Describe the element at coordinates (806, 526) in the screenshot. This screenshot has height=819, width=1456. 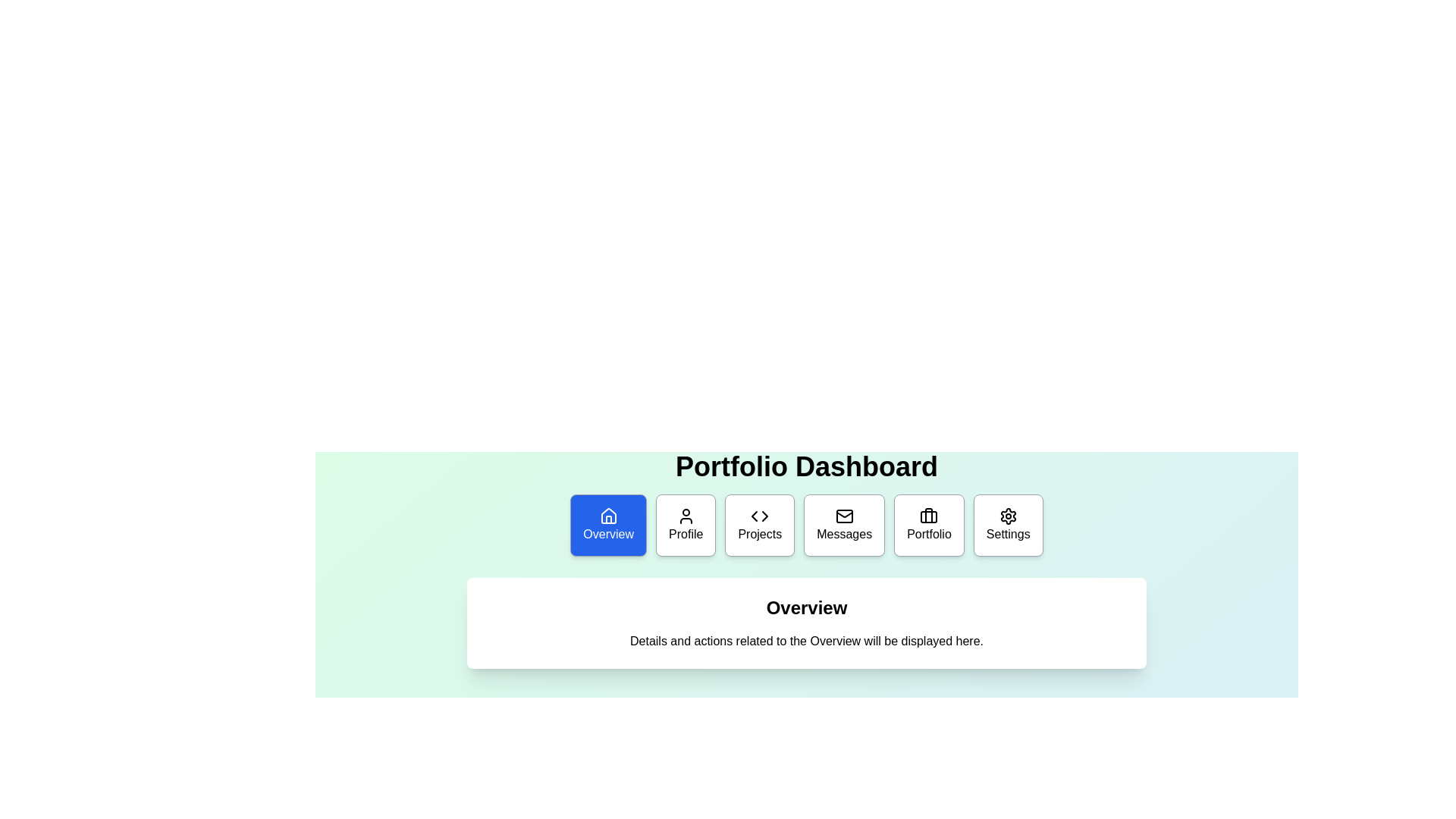
I see `an item in the Navigation menu located below the 'Portfolio Dashboard' heading to trigger hover effects` at that location.